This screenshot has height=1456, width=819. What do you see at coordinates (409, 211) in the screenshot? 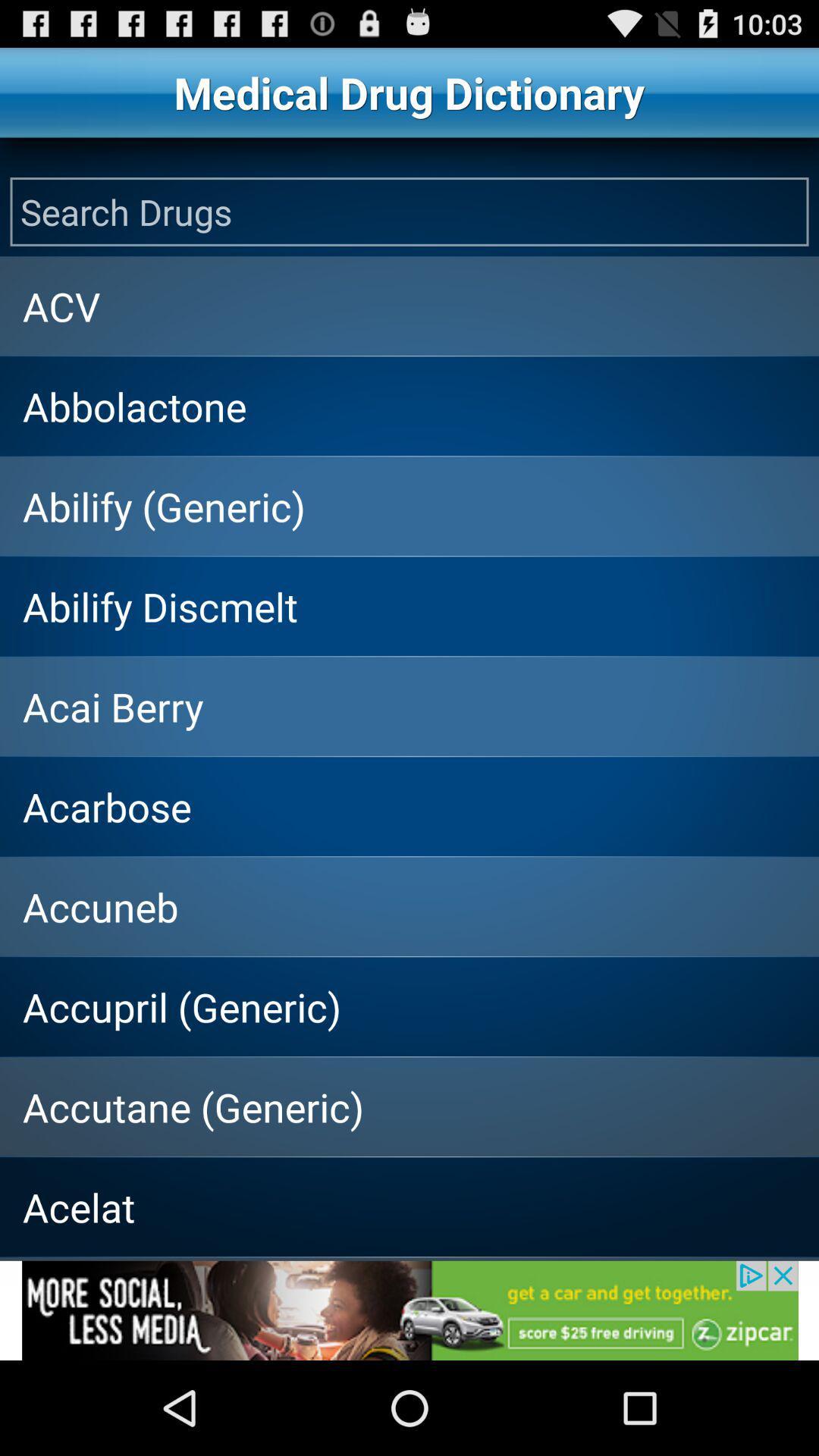
I see `open the search field` at bounding box center [409, 211].